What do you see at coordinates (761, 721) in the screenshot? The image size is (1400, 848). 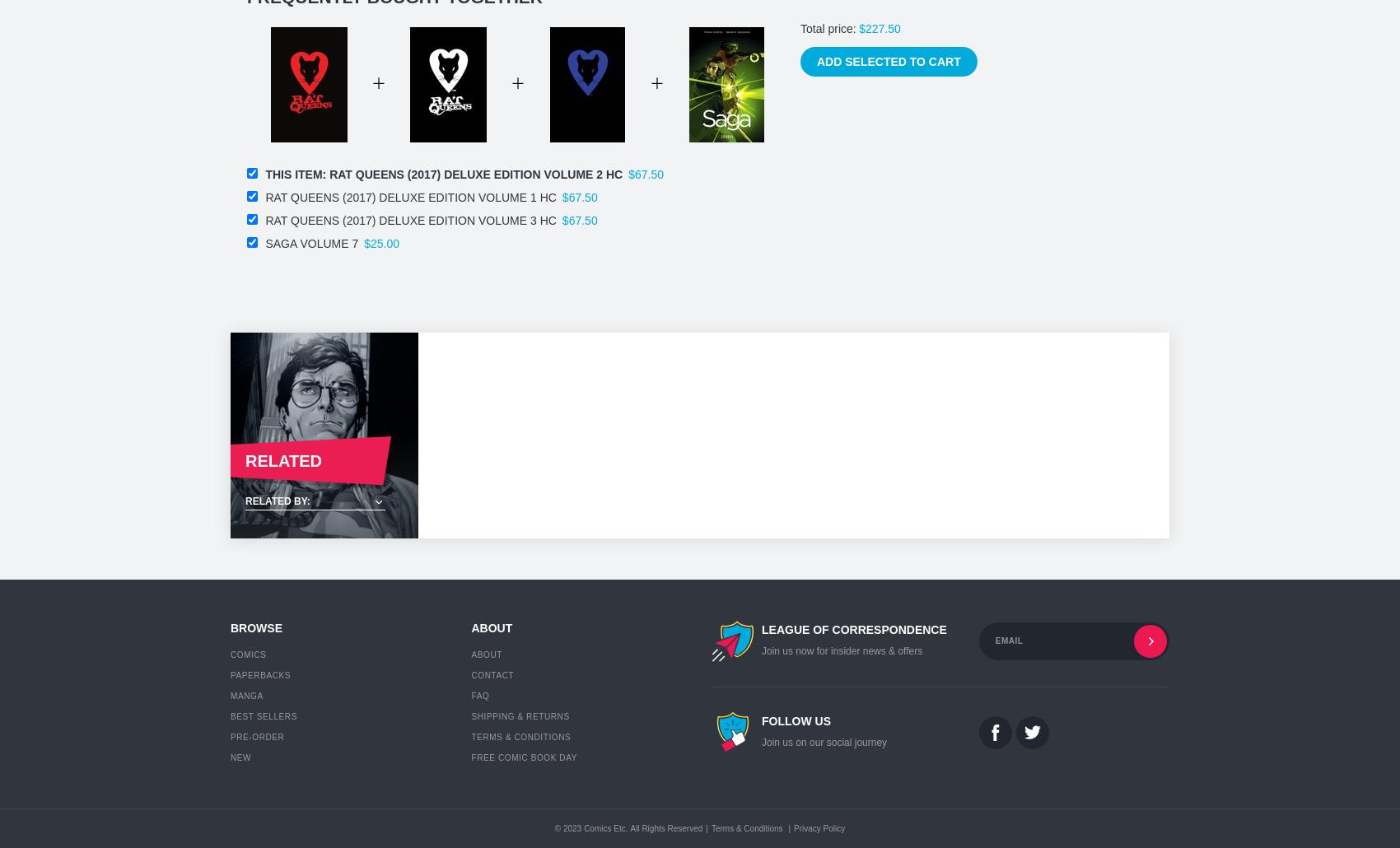 I see `'Follow Us'` at bounding box center [761, 721].